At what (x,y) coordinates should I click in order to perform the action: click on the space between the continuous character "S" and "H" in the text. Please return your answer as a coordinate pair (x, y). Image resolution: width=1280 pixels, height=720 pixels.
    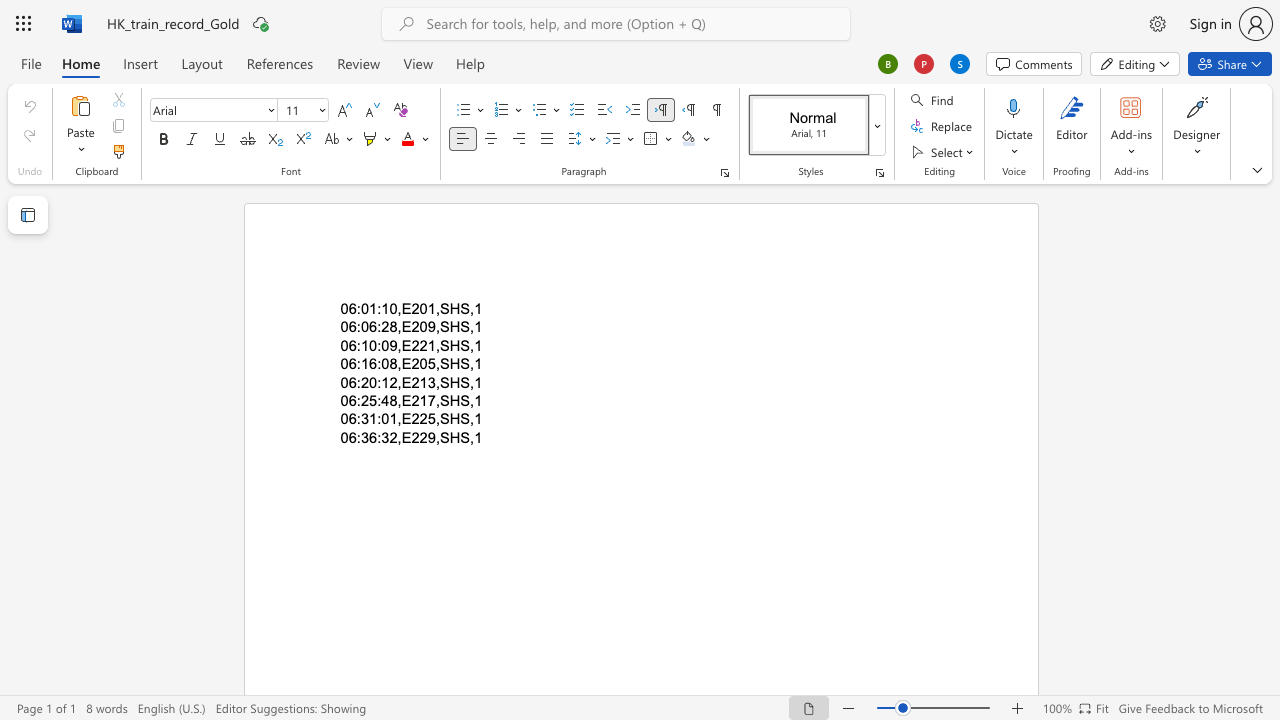
    Looking at the image, I should click on (448, 326).